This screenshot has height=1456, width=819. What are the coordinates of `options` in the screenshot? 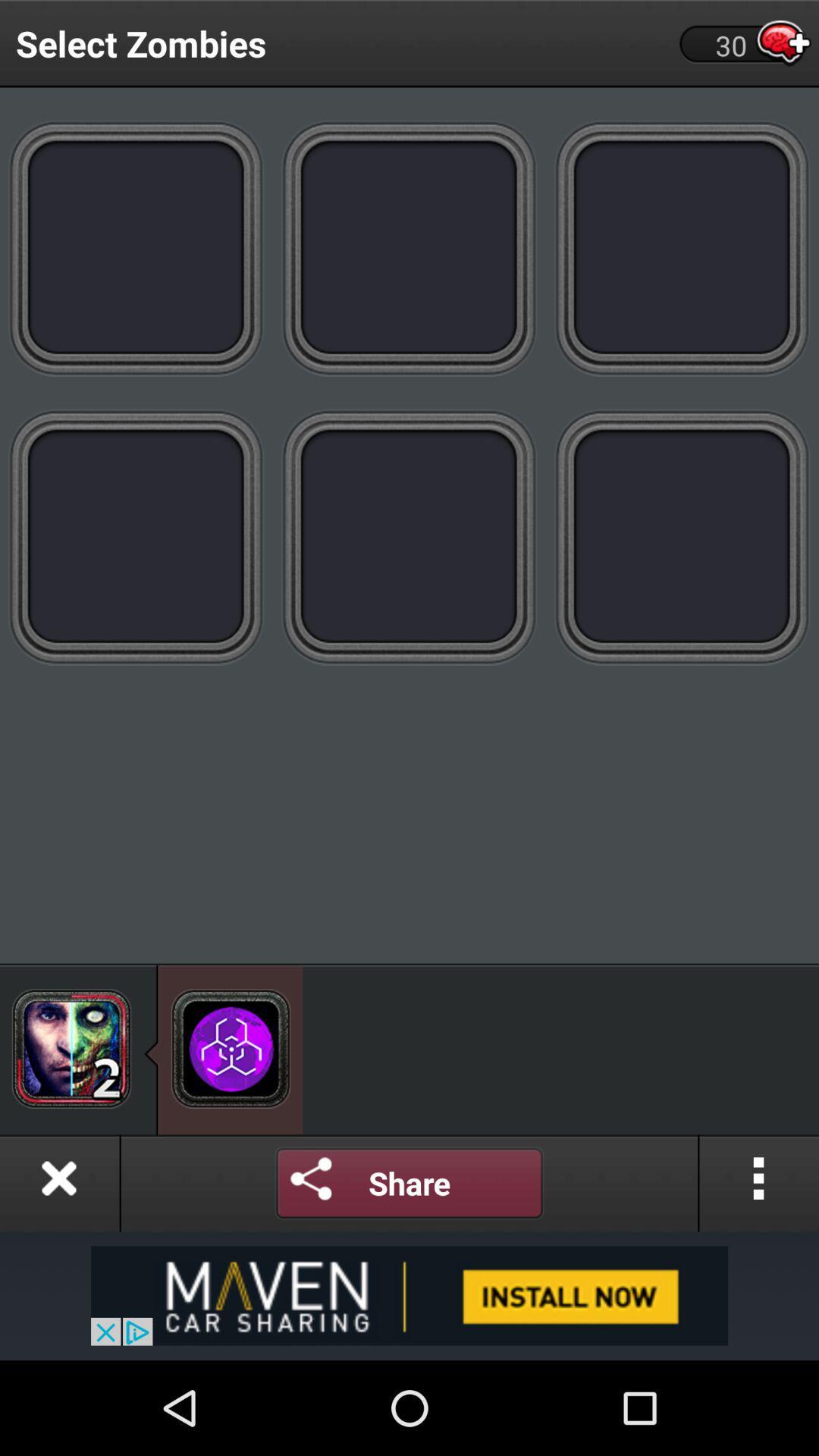 It's located at (759, 1182).